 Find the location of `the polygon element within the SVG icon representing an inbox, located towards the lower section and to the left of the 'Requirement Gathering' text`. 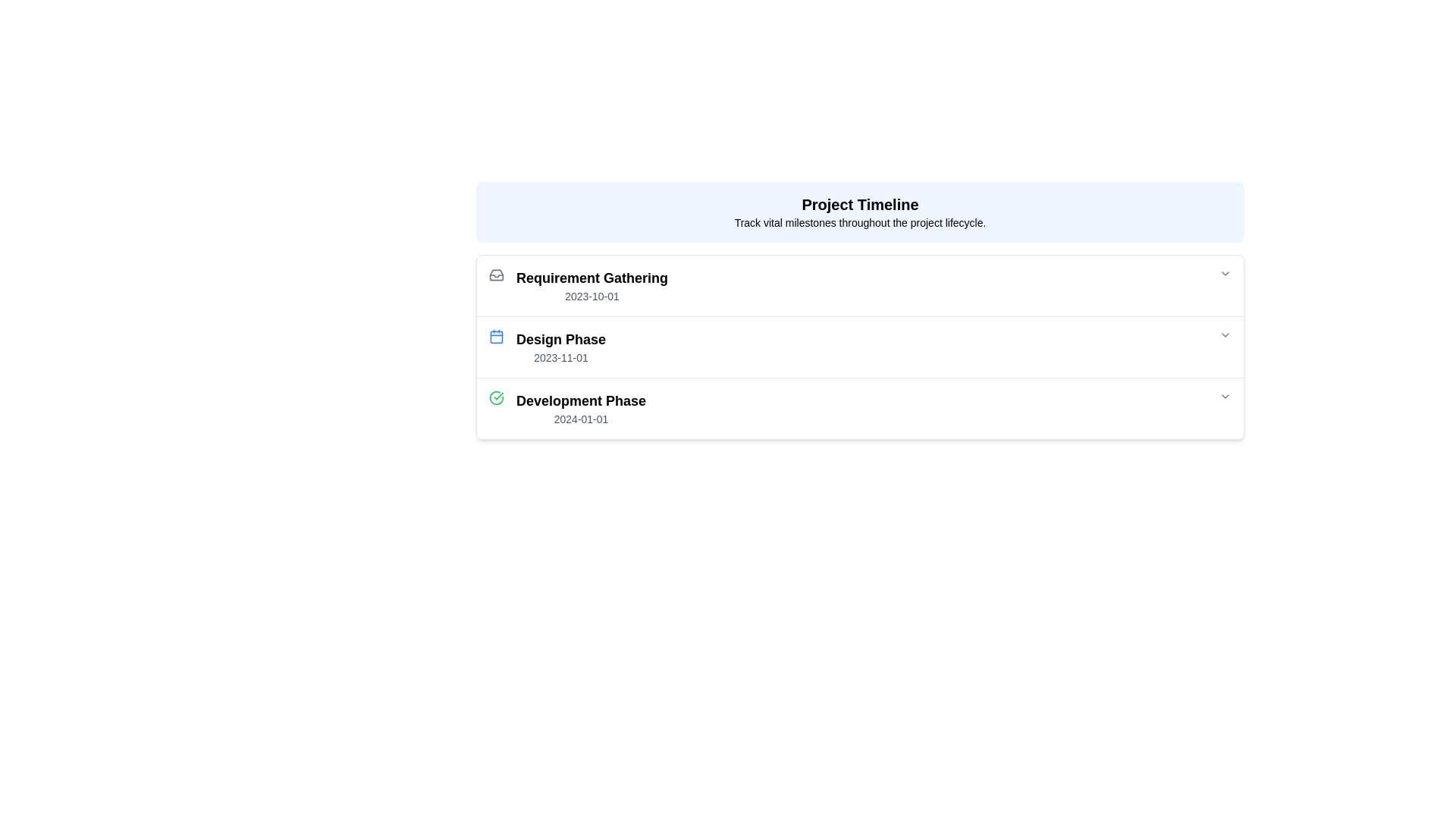

the polygon element within the SVG icon representing an inbox, located towards the lower section and to the left of the 'Requirement Gathering' text is located at coordinates (496, 275).